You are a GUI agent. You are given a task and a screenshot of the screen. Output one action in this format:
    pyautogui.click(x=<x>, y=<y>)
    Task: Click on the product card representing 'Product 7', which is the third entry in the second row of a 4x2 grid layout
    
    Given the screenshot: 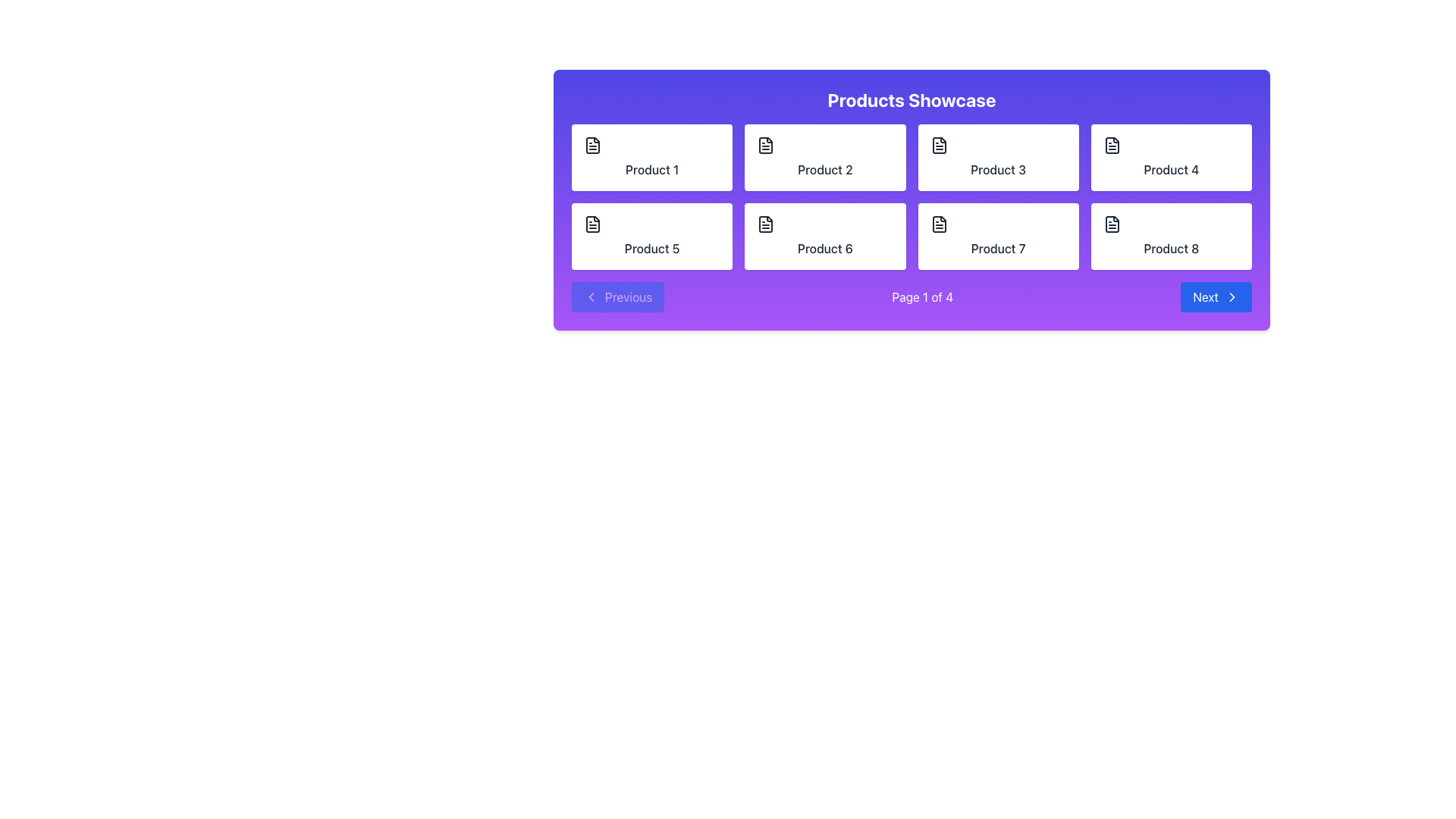 What is the action you would take?
    pyautogui.click(x=998, y=237)
    